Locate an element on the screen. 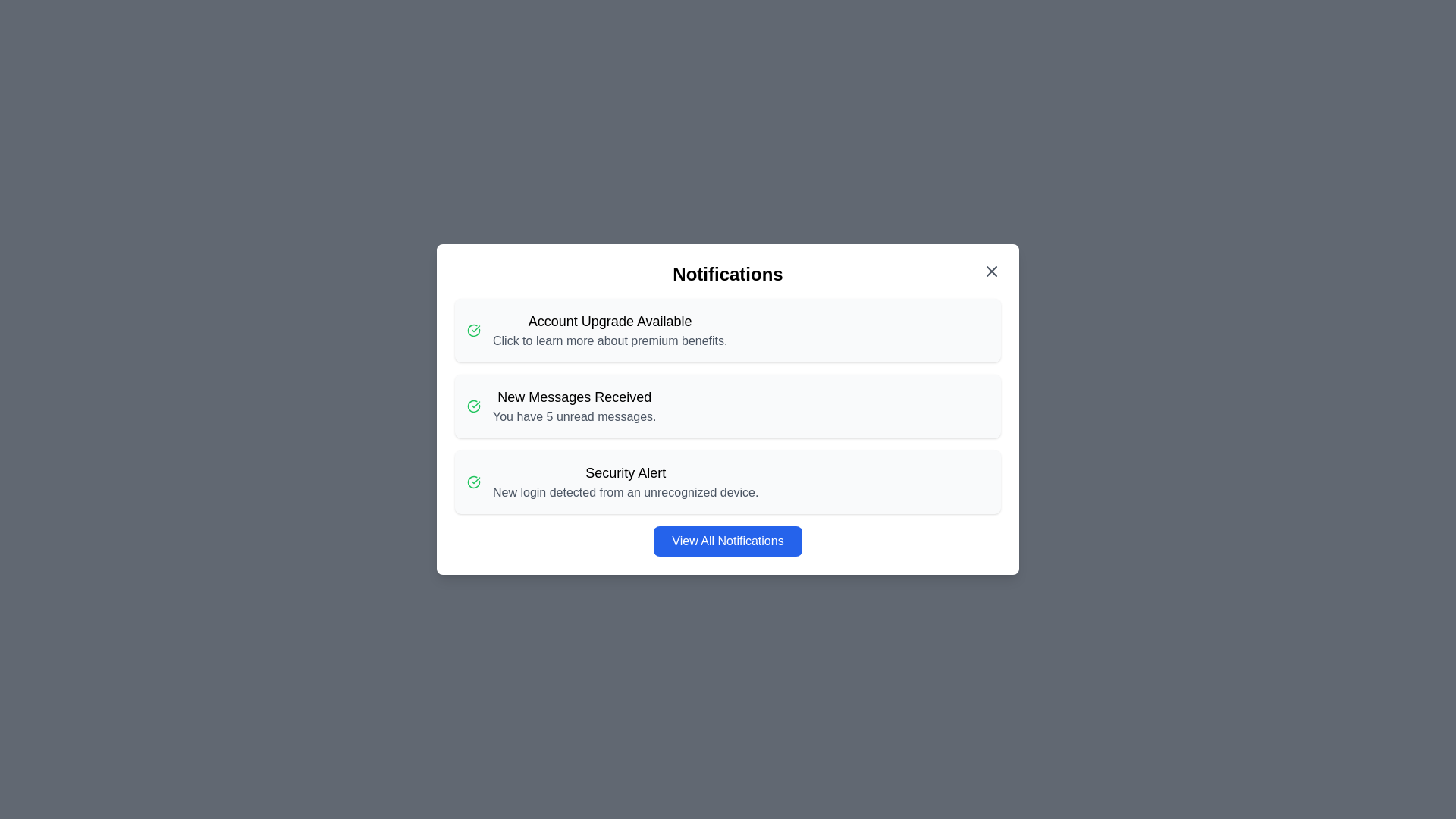 This screenshot has height=819, width=1456. the notifications navigation button located at the bottom of the notification panel is located at coordinates (728, 534).